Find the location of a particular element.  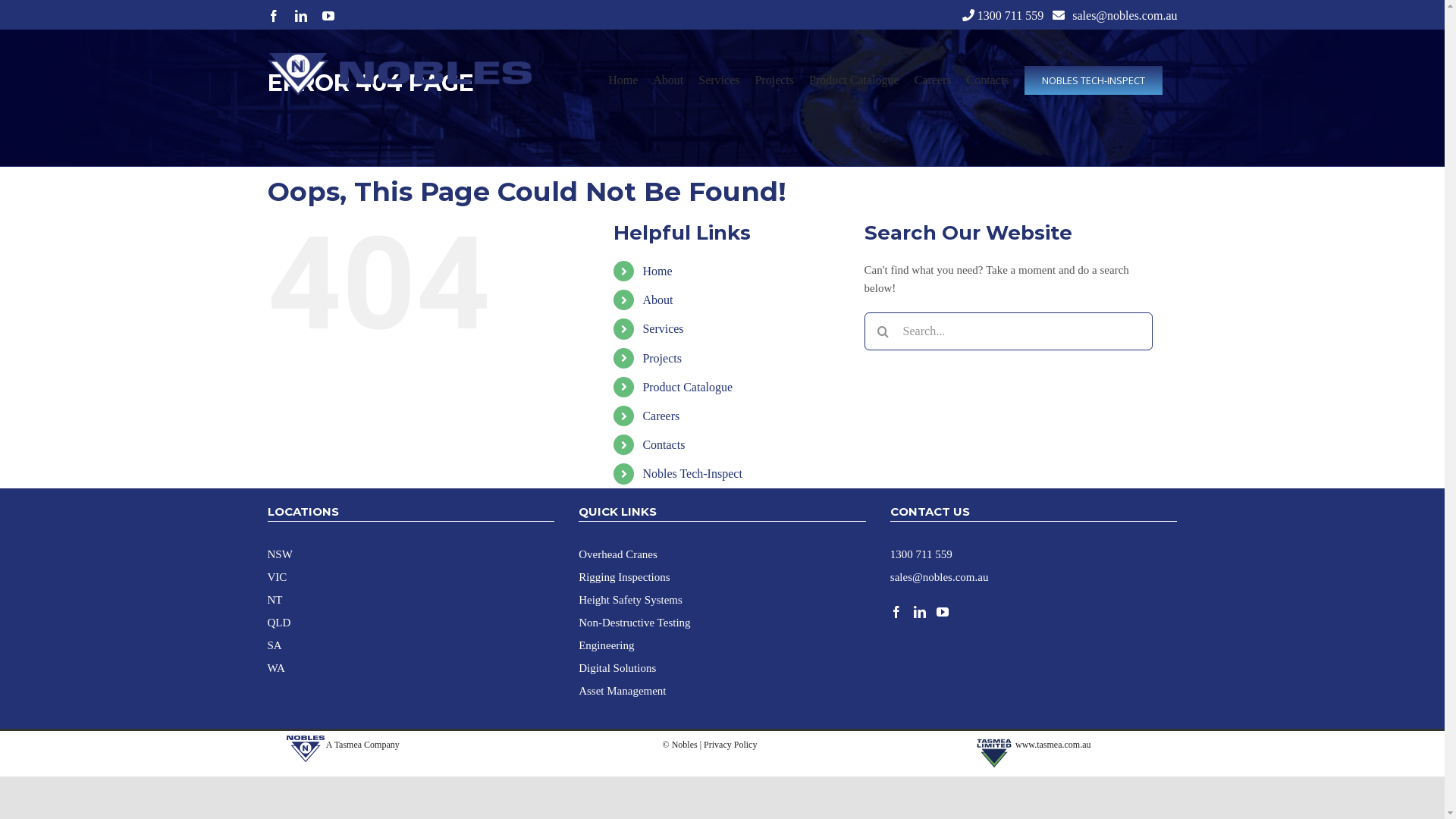

'Rigging Inspections' is located at coordinates (623, 576).